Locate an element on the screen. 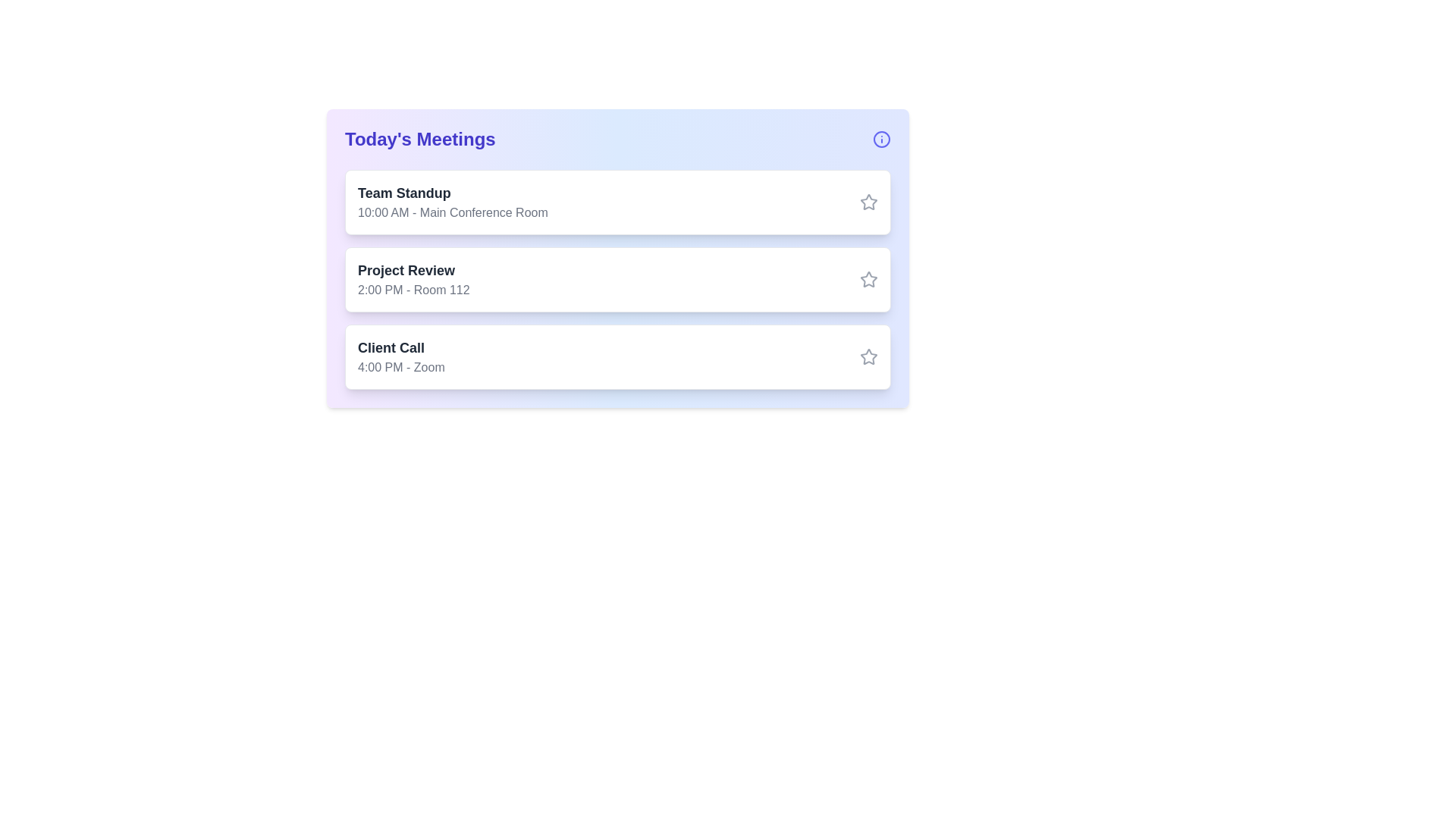 This screenshot has height=819, width=1456. the SVG circle located at the top-right corner of the meeting interface, inside the 'Info' icon is located at coordinates (881, 140).